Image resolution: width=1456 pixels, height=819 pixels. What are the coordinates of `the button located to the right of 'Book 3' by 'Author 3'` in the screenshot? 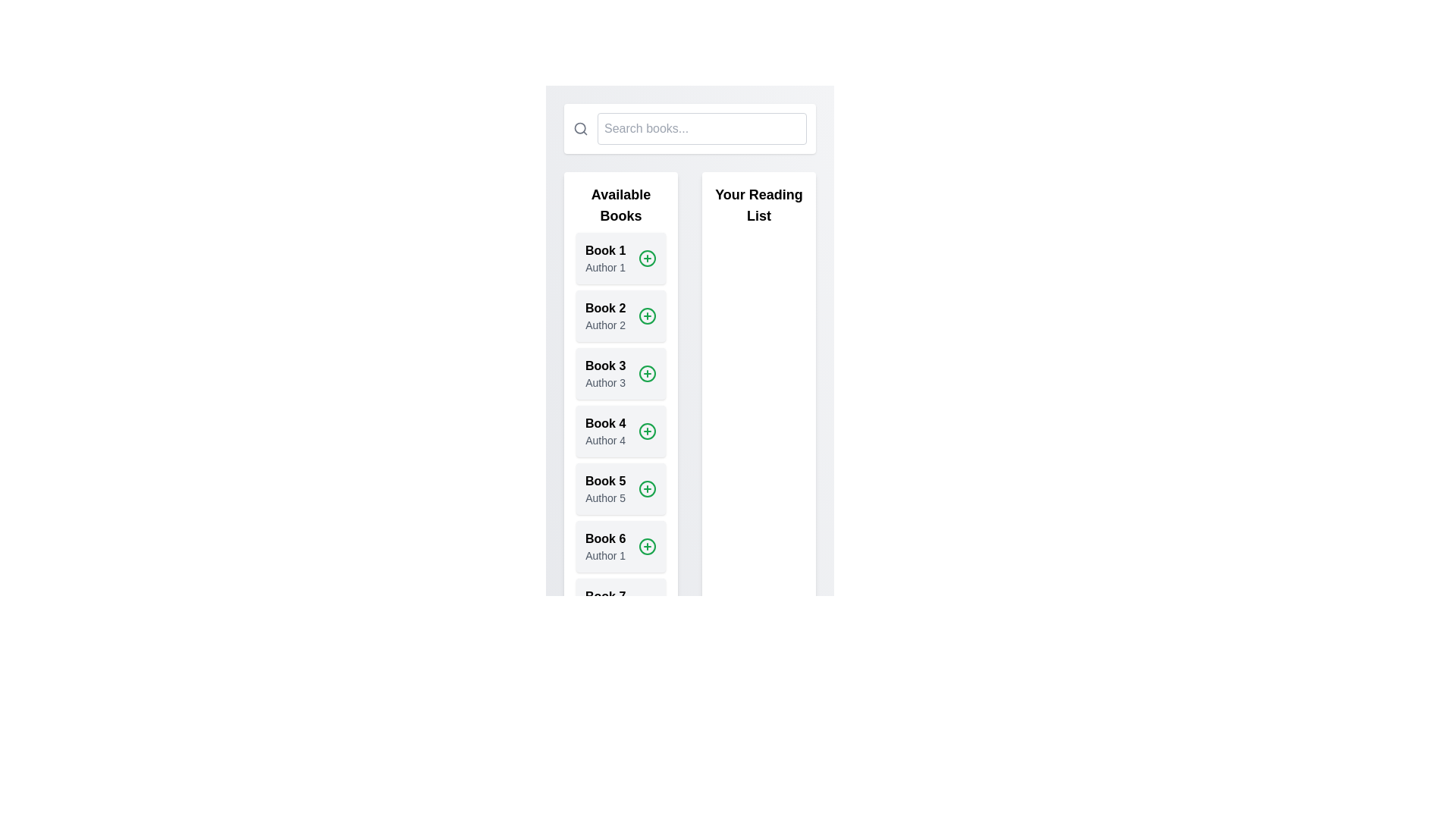 It's located at (648, 374).